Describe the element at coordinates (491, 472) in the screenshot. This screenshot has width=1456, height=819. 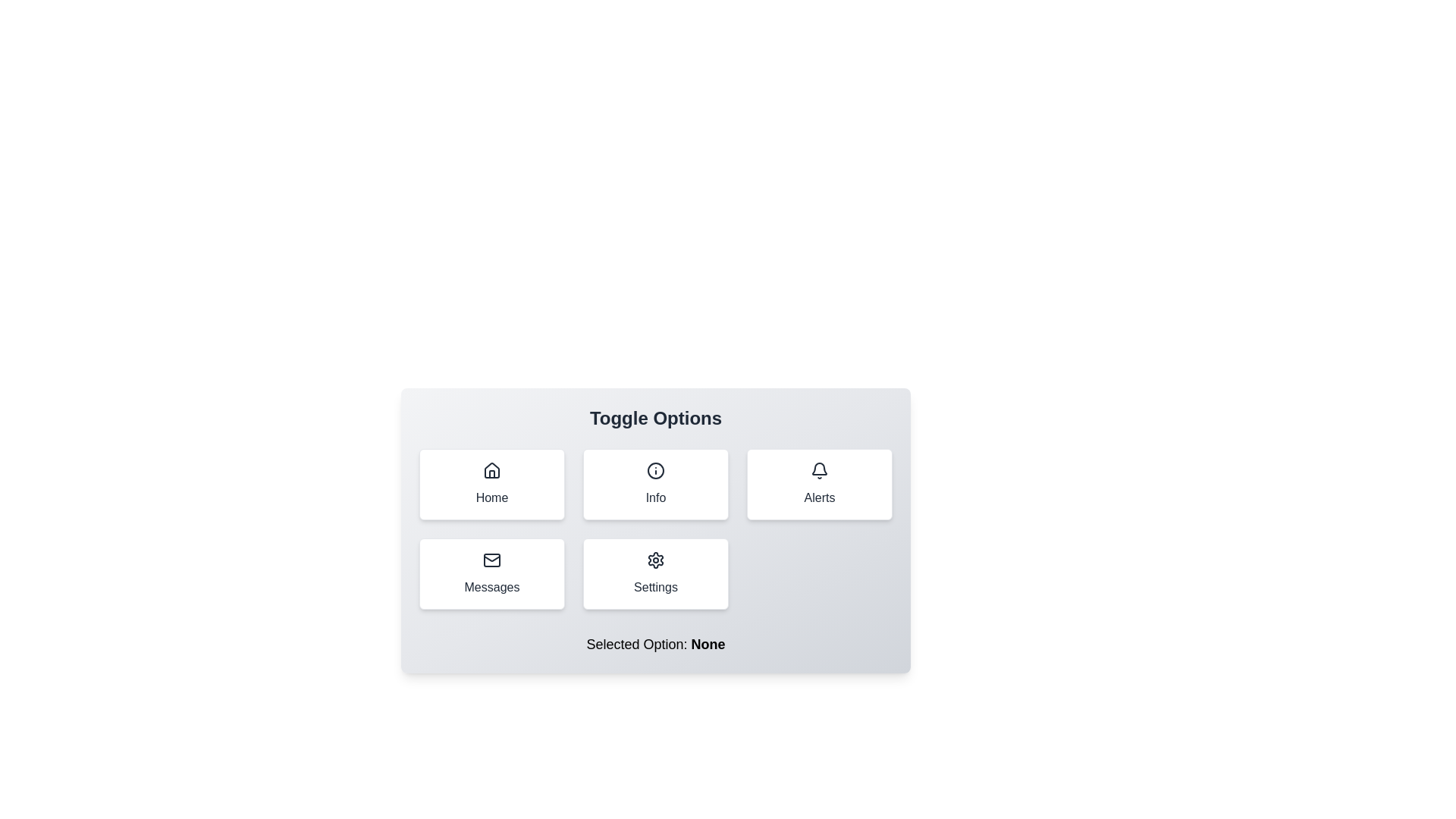
I see `the door icon of the house SVG graphic located within the 'Home' button area, positioned at the bottom-center of the house representation` at that location.